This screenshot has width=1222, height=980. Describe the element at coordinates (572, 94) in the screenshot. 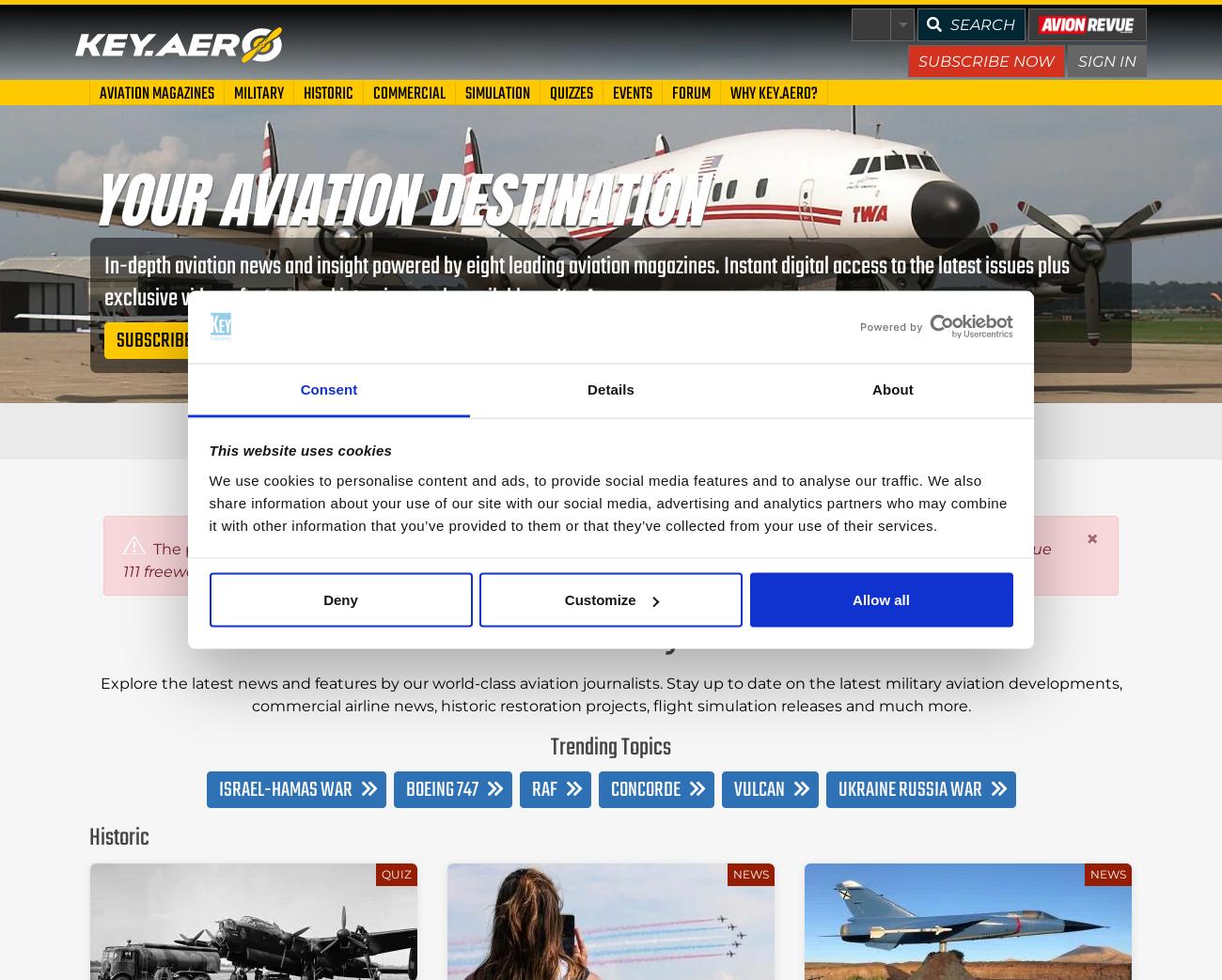

I see `'Quizzes'` at that location.